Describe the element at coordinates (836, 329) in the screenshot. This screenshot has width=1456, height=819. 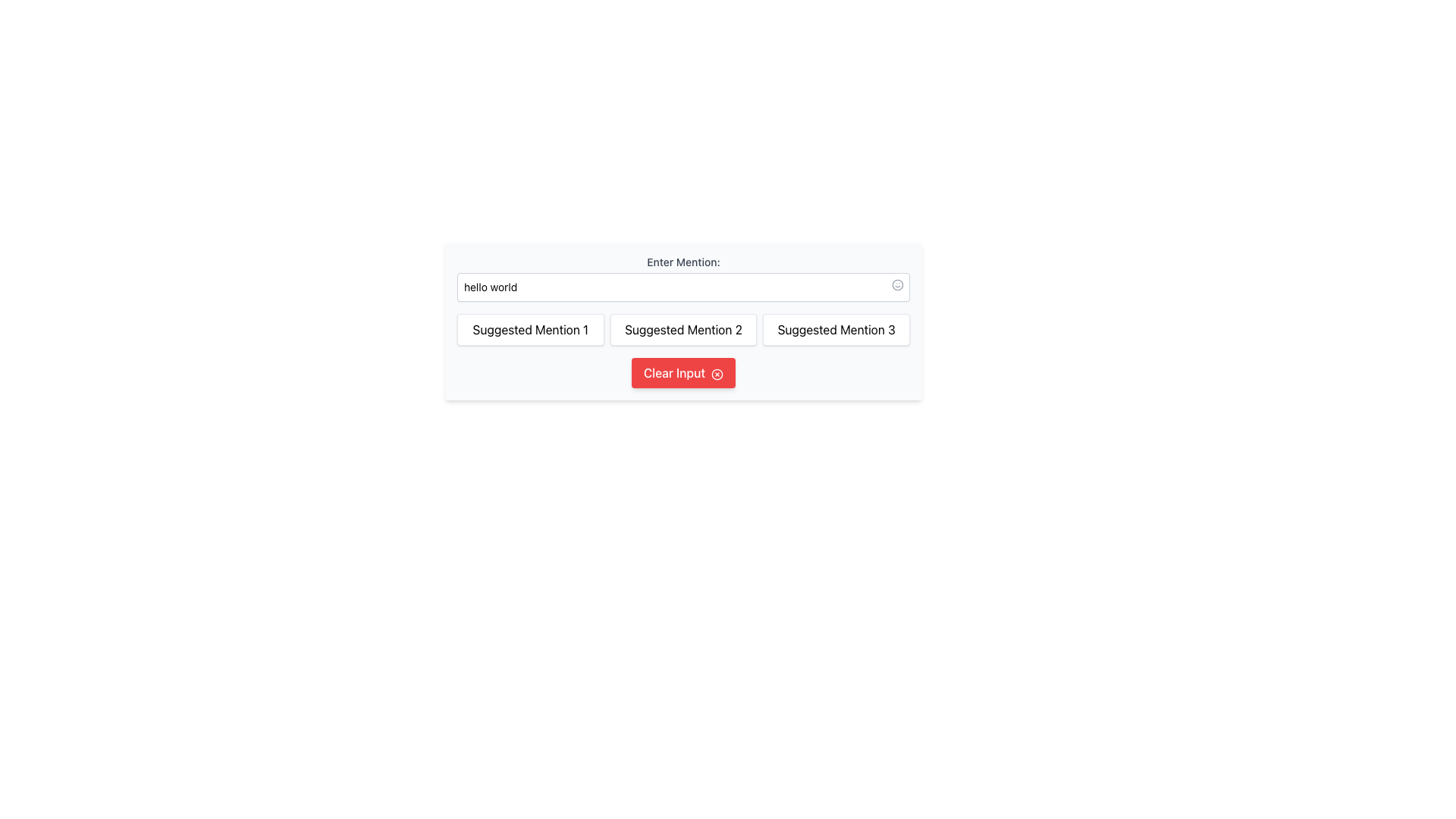
I see `the informational text label that displays a text suggestion, located in the third box of a horizontally aligned grid layout` at that location.